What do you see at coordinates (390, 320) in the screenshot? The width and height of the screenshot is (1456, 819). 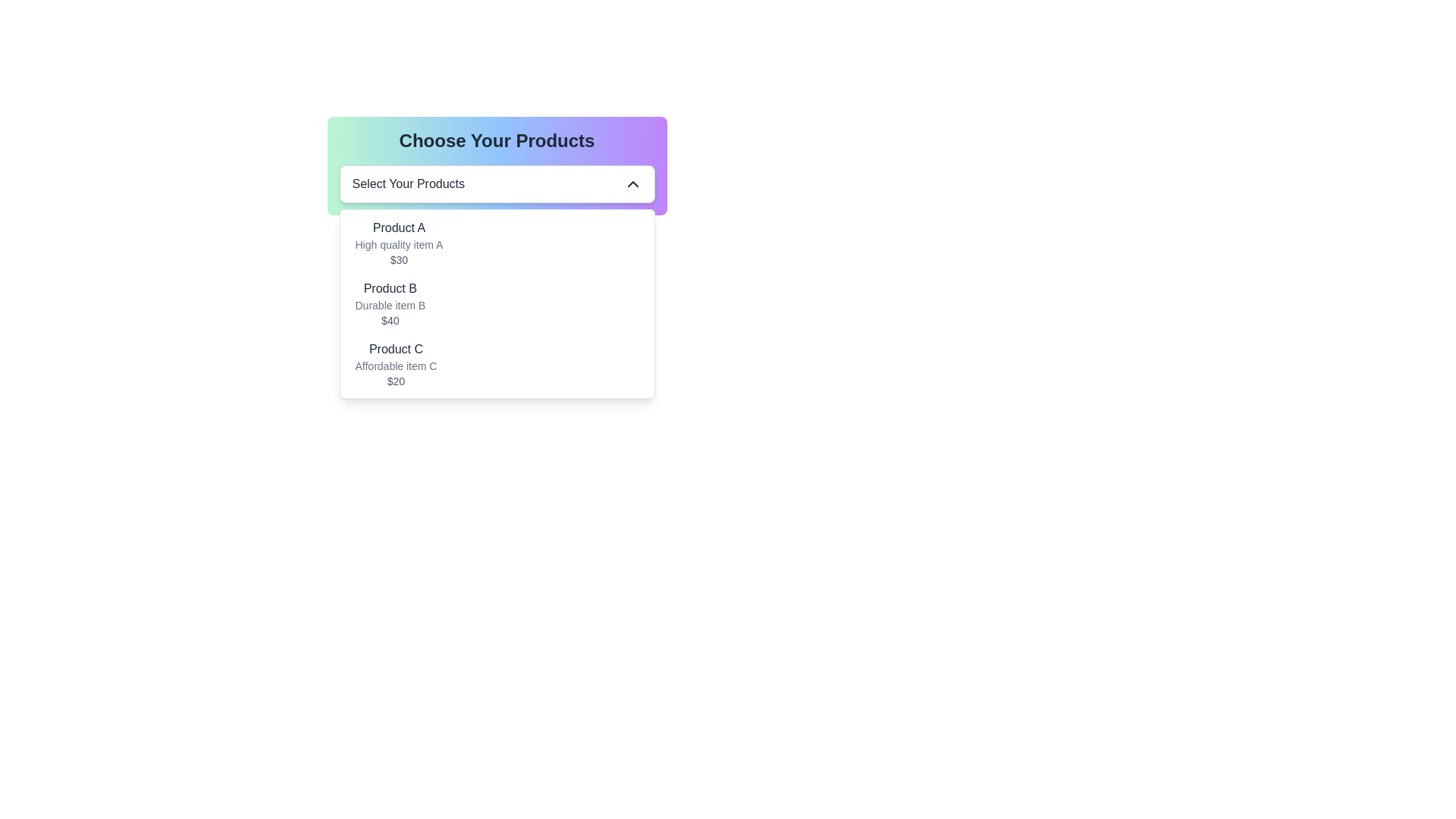 I see `the static text label displaying the value "$40" located below the "Durable item B" text in the "Product B" entry` at bounding box center [390, 320].